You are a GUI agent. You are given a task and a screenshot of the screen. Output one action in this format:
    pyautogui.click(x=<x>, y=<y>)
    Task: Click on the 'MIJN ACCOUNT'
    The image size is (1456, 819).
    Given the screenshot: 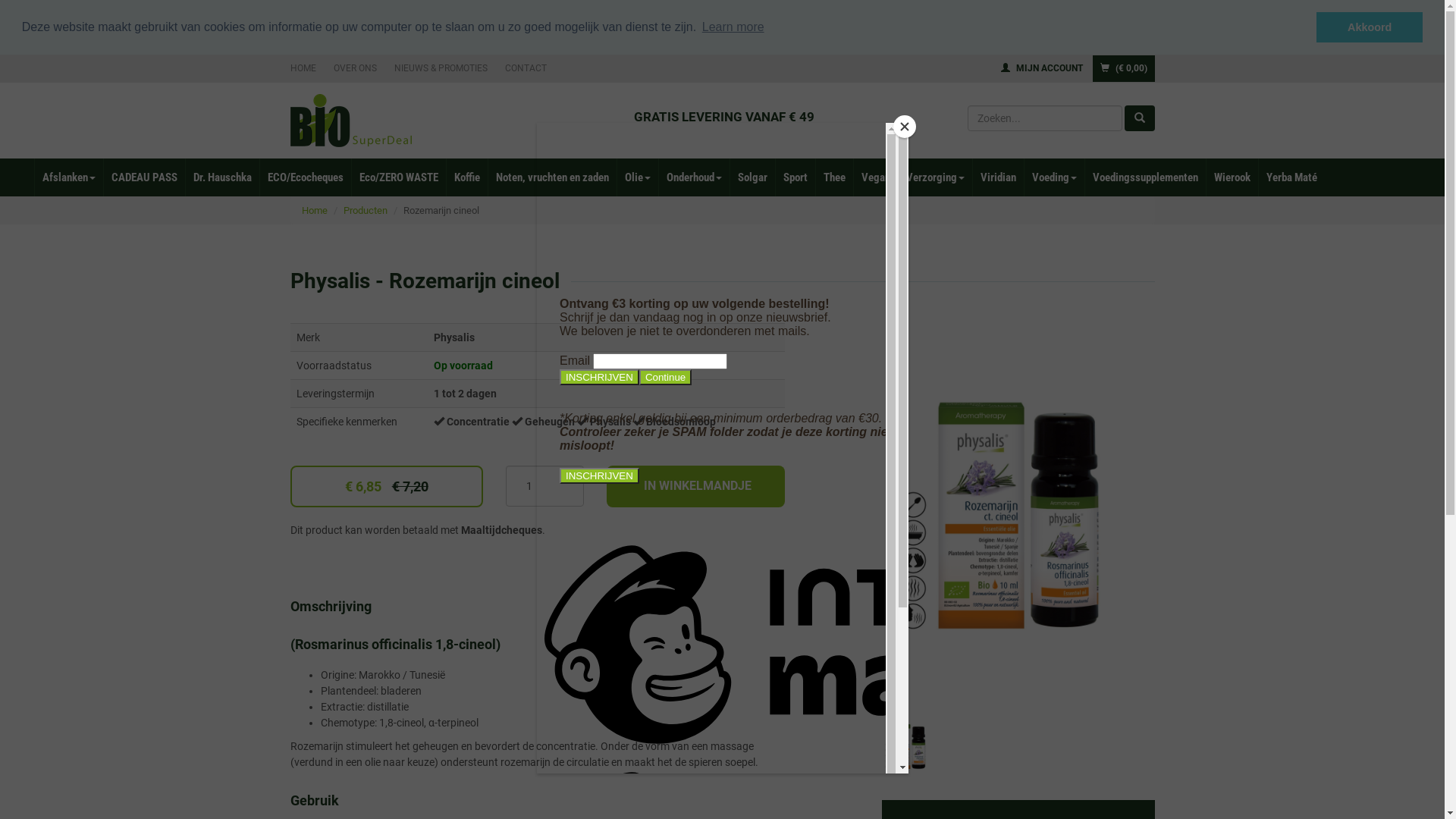 What is the action you would take?
    pyautogui.click(x=1040, y=66)
    